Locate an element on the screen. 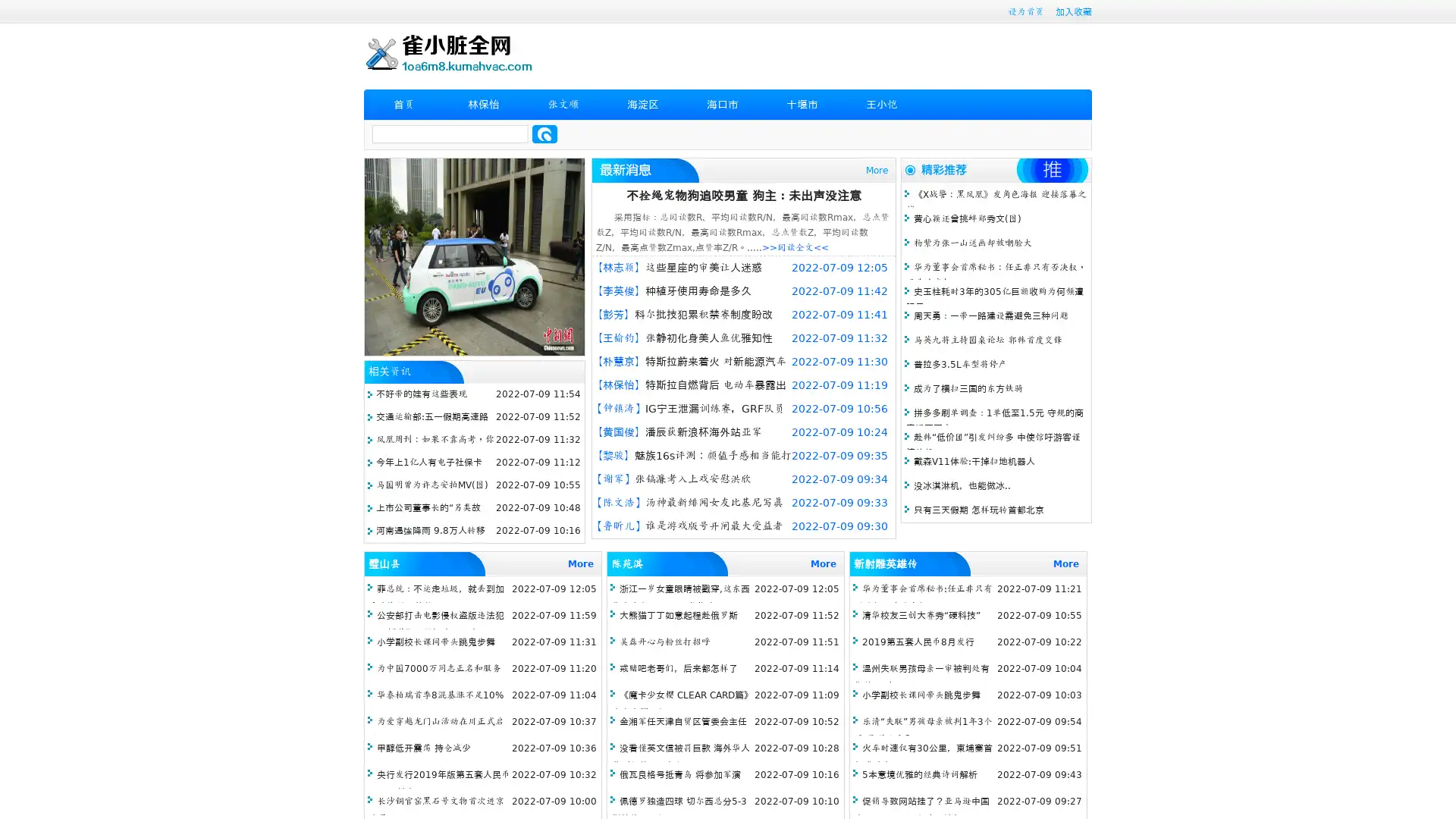 The height and width of the screenshot is (819, 1456). Search is located at coordinates (544, 133).